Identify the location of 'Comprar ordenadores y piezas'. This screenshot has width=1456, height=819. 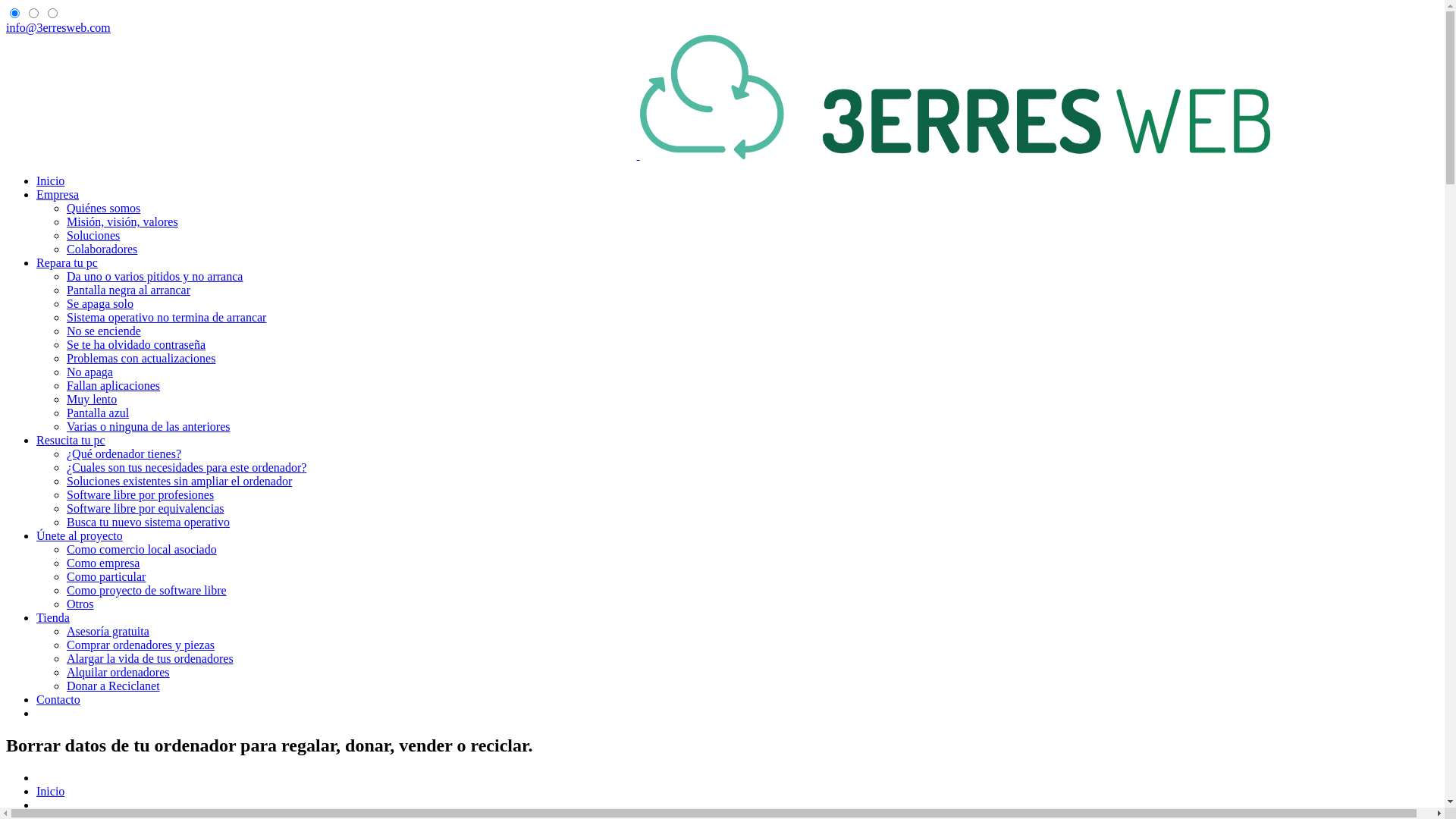
(140, 645).